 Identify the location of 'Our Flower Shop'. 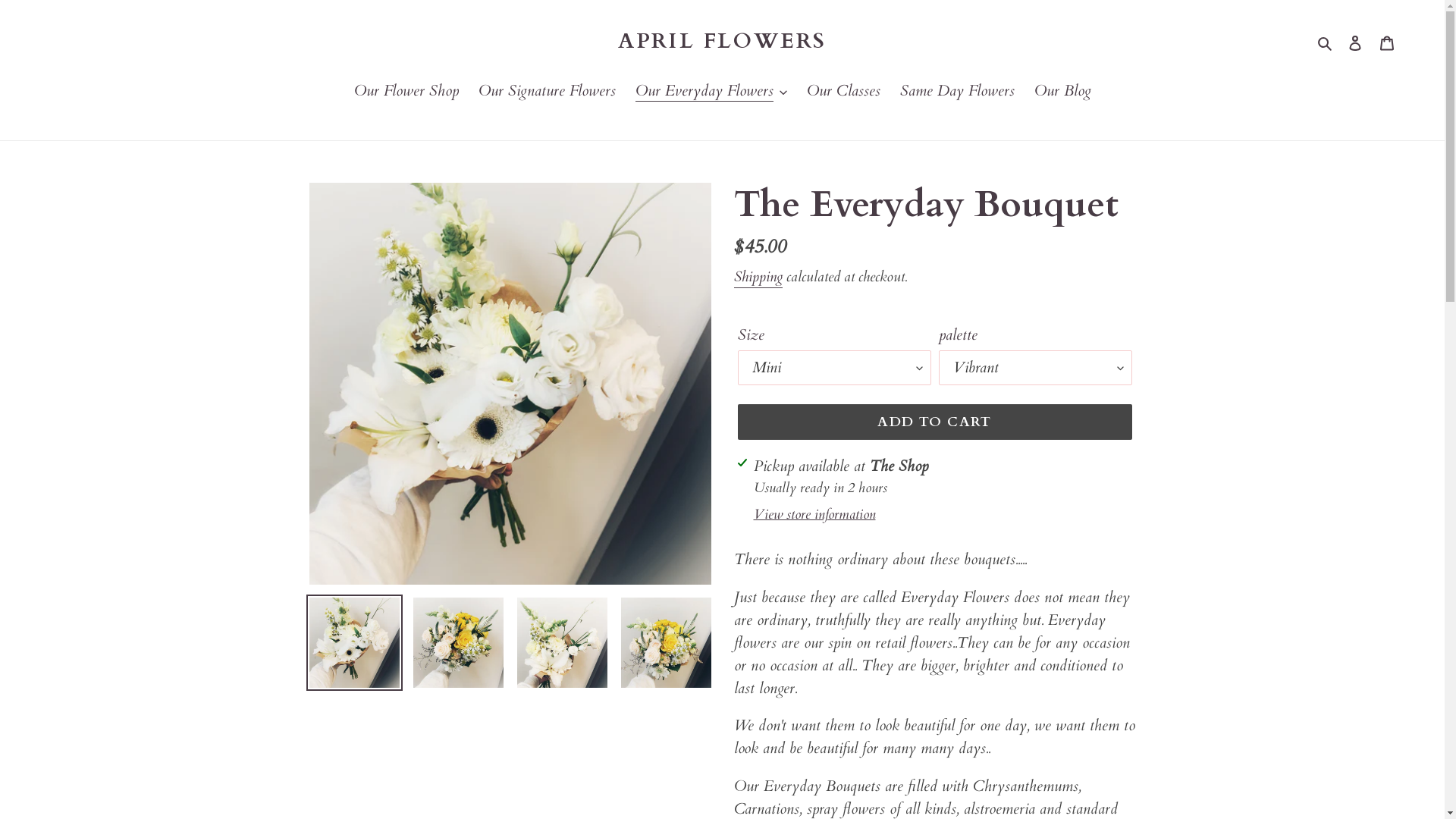
(345, 92).